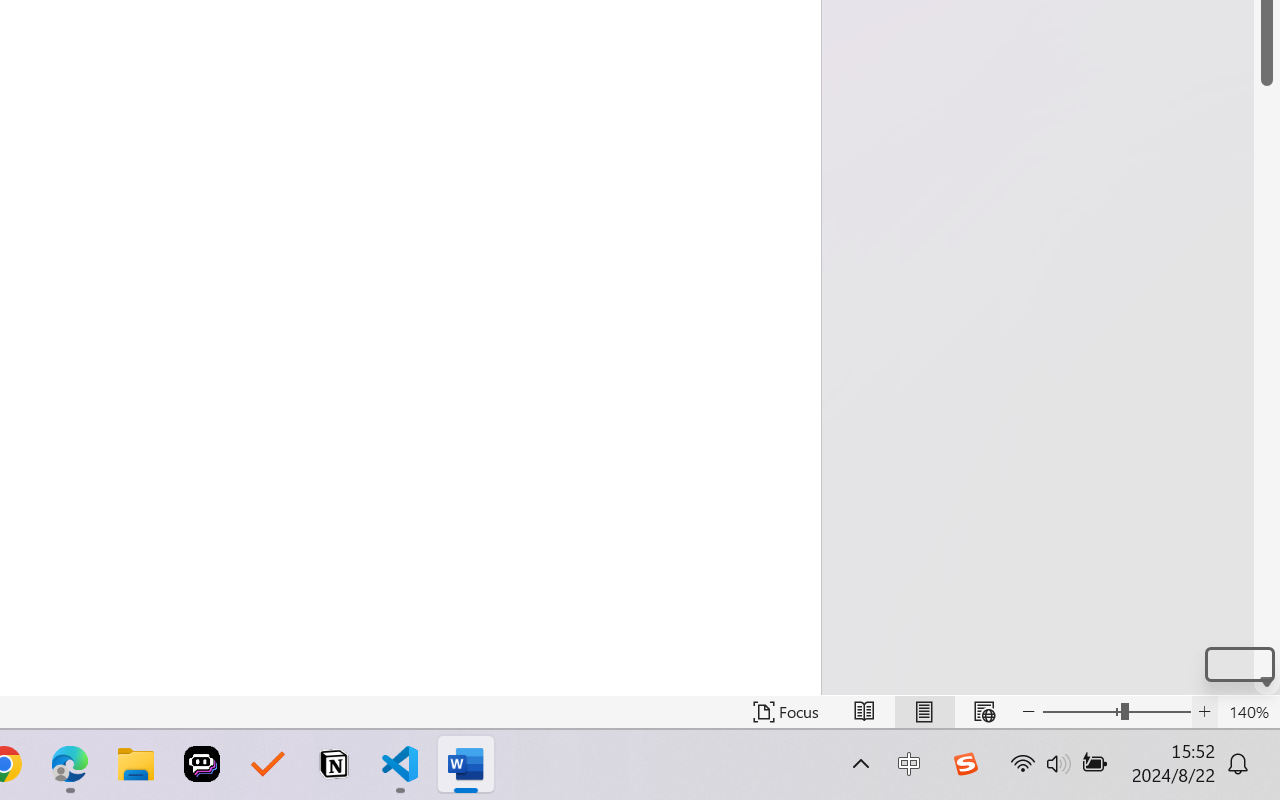  What do you see at coordinates (864, 711) in the screenshot?
I see `'Read Mode'` at bounding box center [864, 711].